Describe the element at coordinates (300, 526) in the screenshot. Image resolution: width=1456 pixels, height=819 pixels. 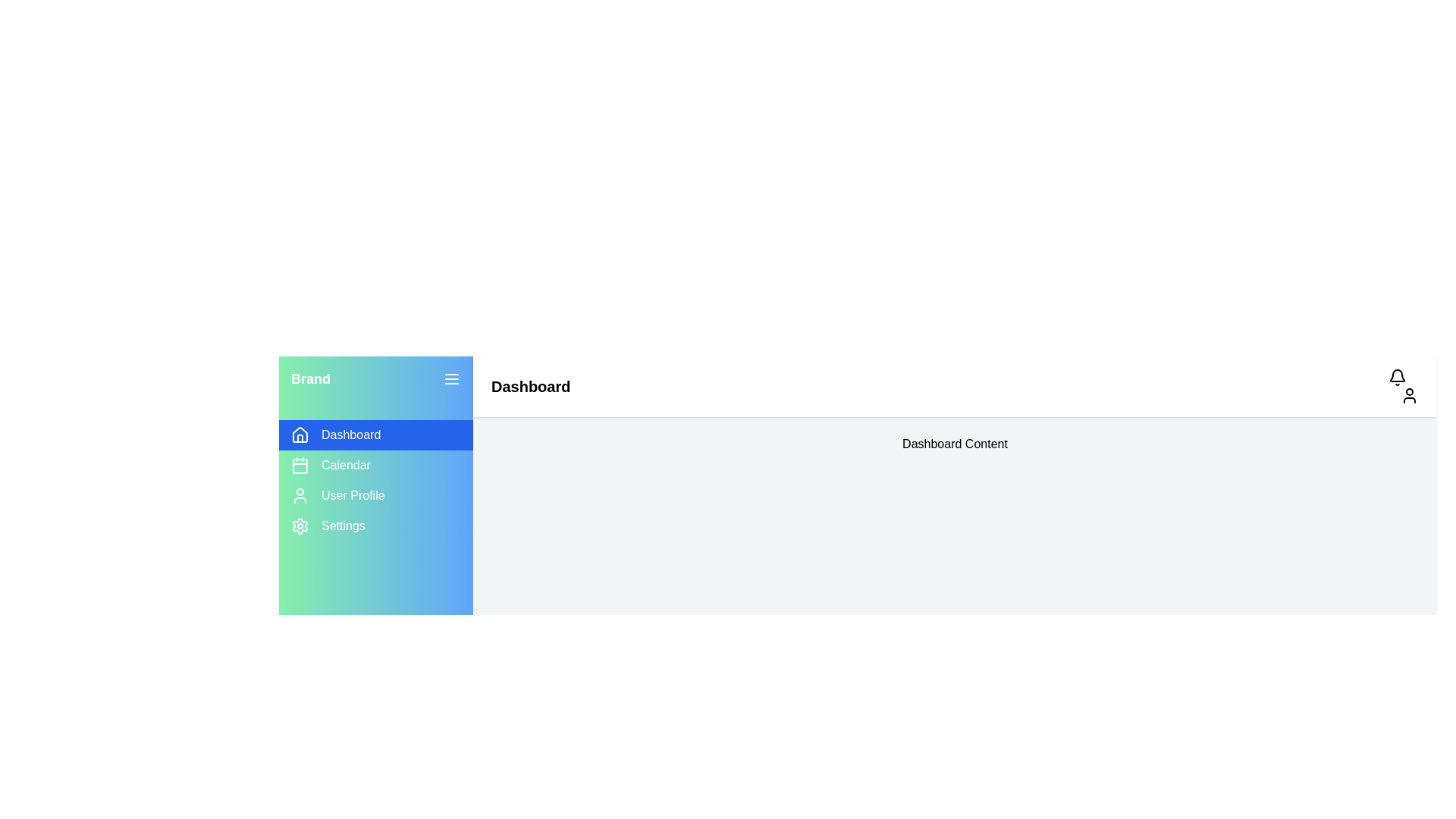
I see `the settings icon located in the left sidebar under the 'User Profile' menu option, which serves as a visual aid for navigating to configuration settings` at that location.